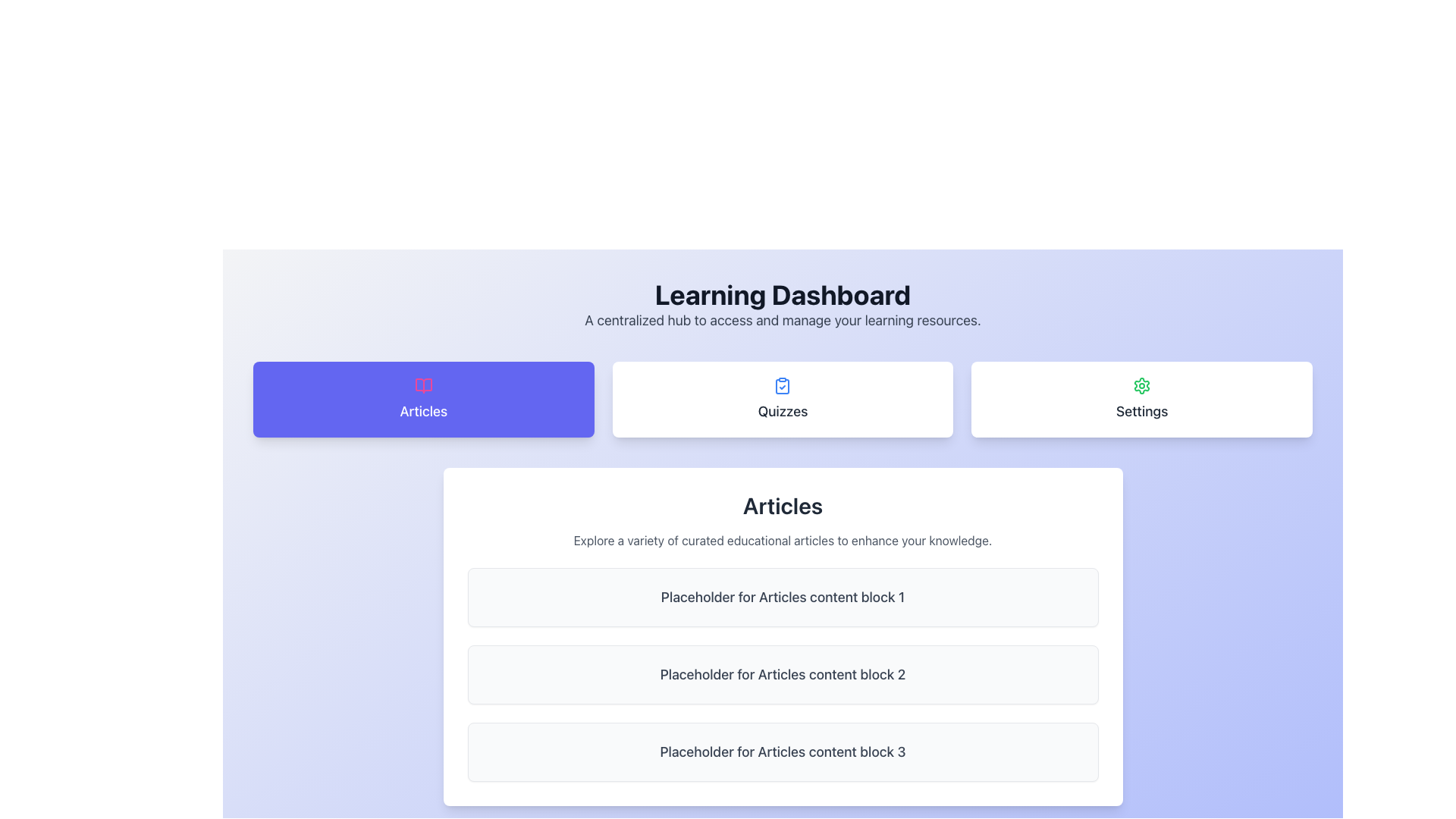 The height and width of the screenshot is (819, 1456). What do you see at coordinates (783, 295) in the screenshot?
I see `the 'Learning Dashboard' text header element, which identifies the application section at the top center of the interface layout` at bounding box center [783, 295].